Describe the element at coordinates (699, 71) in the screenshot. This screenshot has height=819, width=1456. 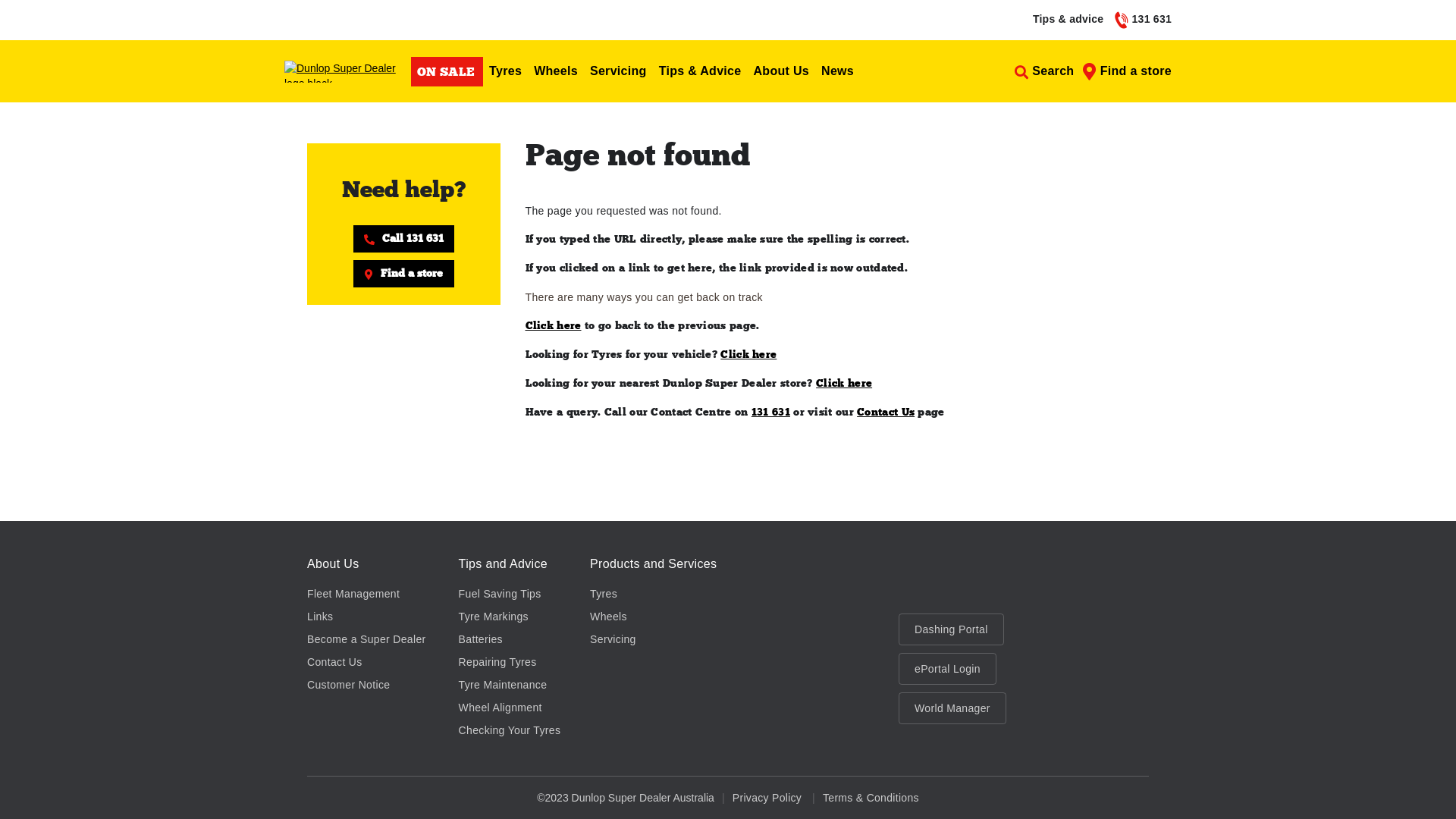
I see `'Tips & Advice'` at that location.